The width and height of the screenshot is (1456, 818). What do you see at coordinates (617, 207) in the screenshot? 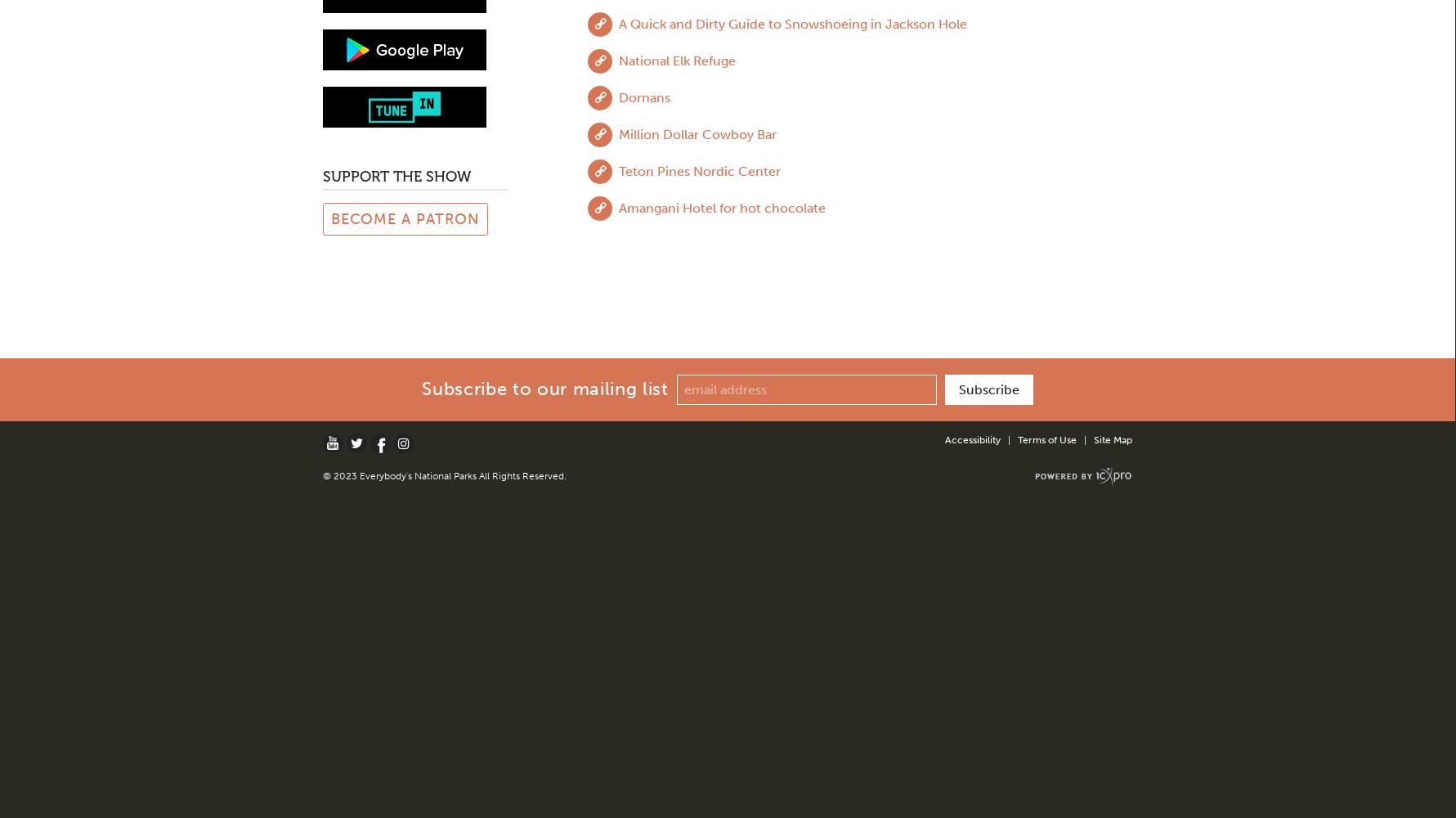
I see `'Amangani Hotel for hot chocolate'` at bounding box center [617, 207].